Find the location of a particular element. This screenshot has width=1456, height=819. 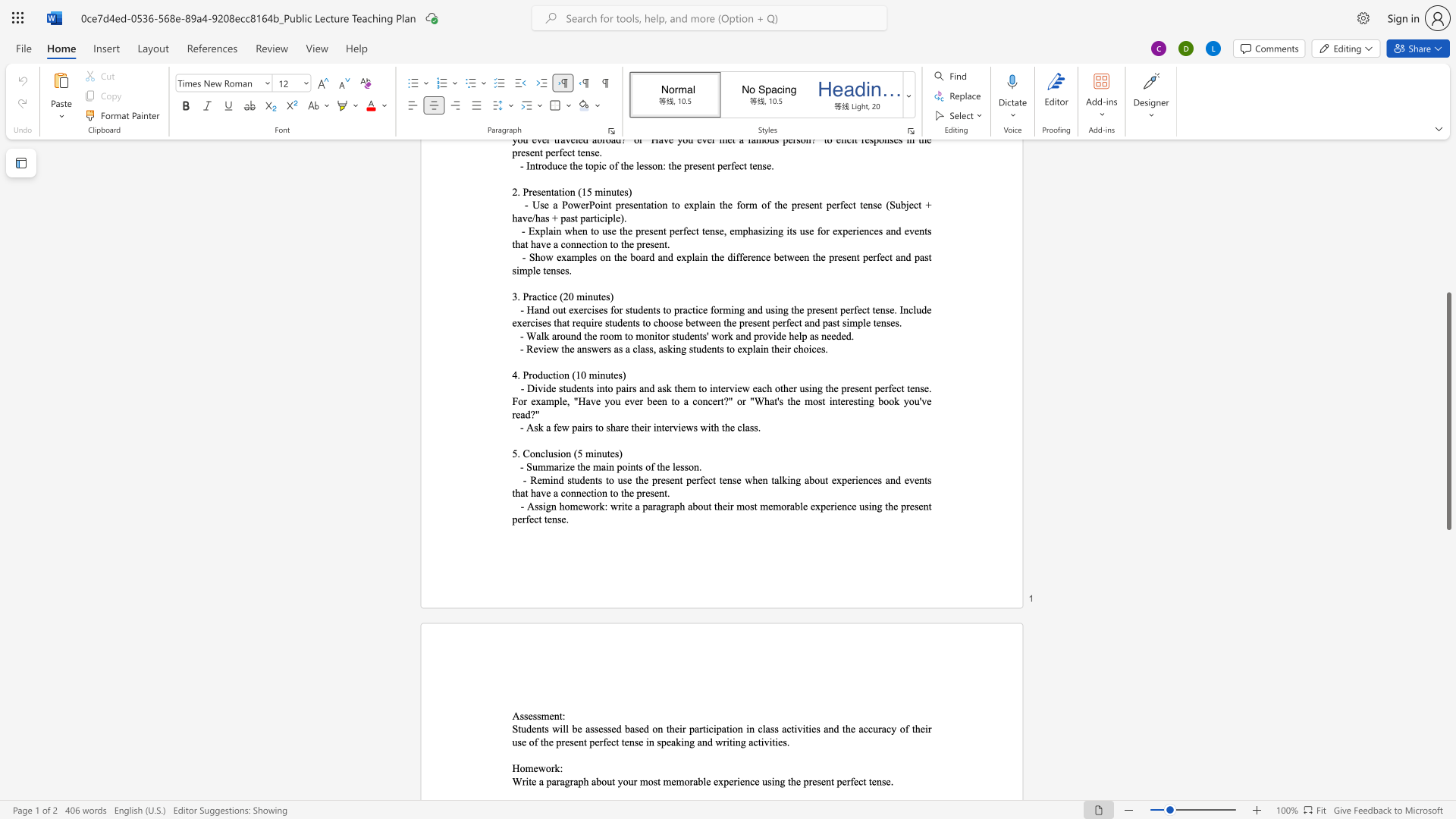

the scrollbar to slide the page up is located at coordinates (1448, 174).